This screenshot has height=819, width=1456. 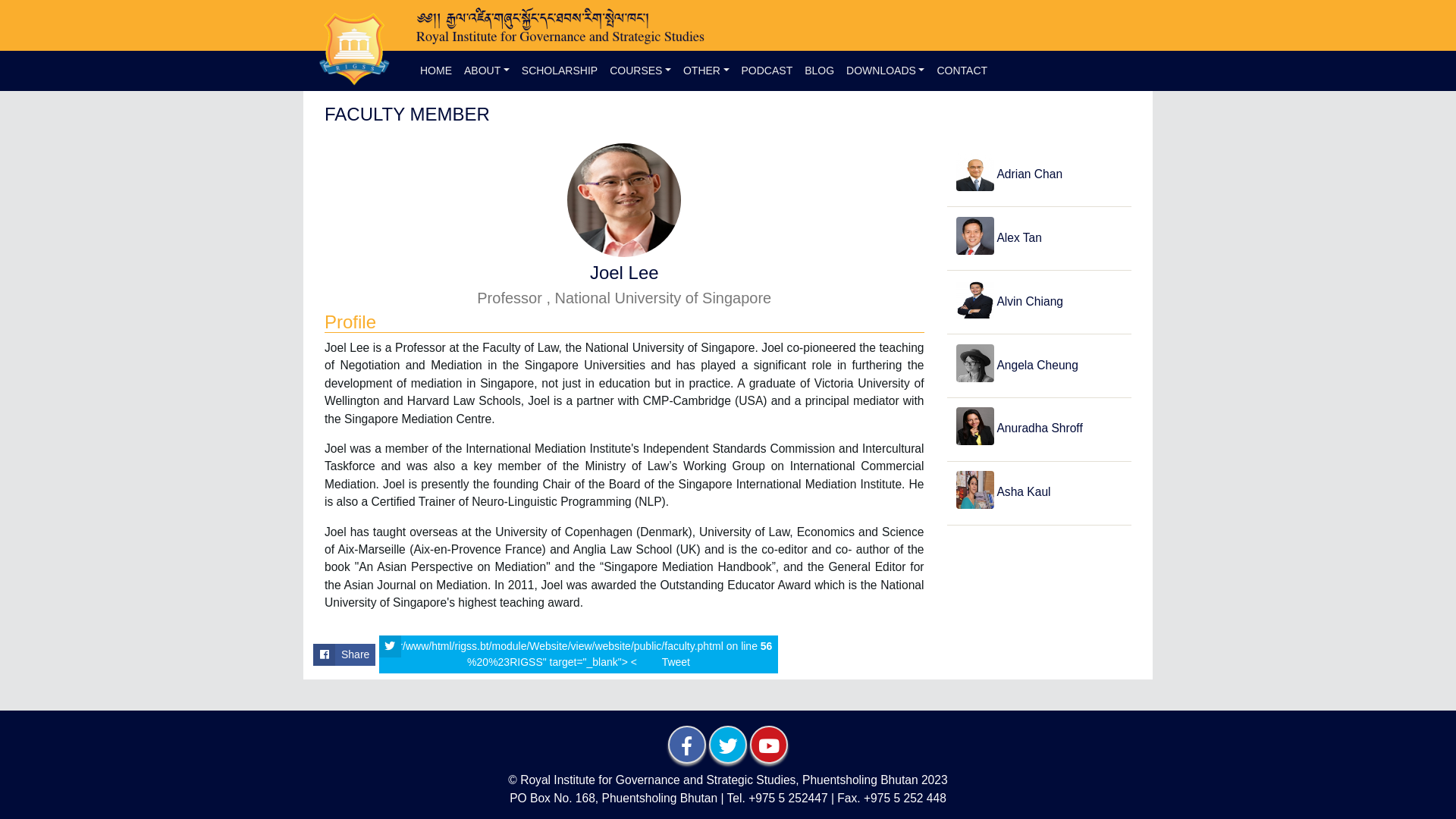 I want to click on 'BLOG', so click(x=818, y=71).